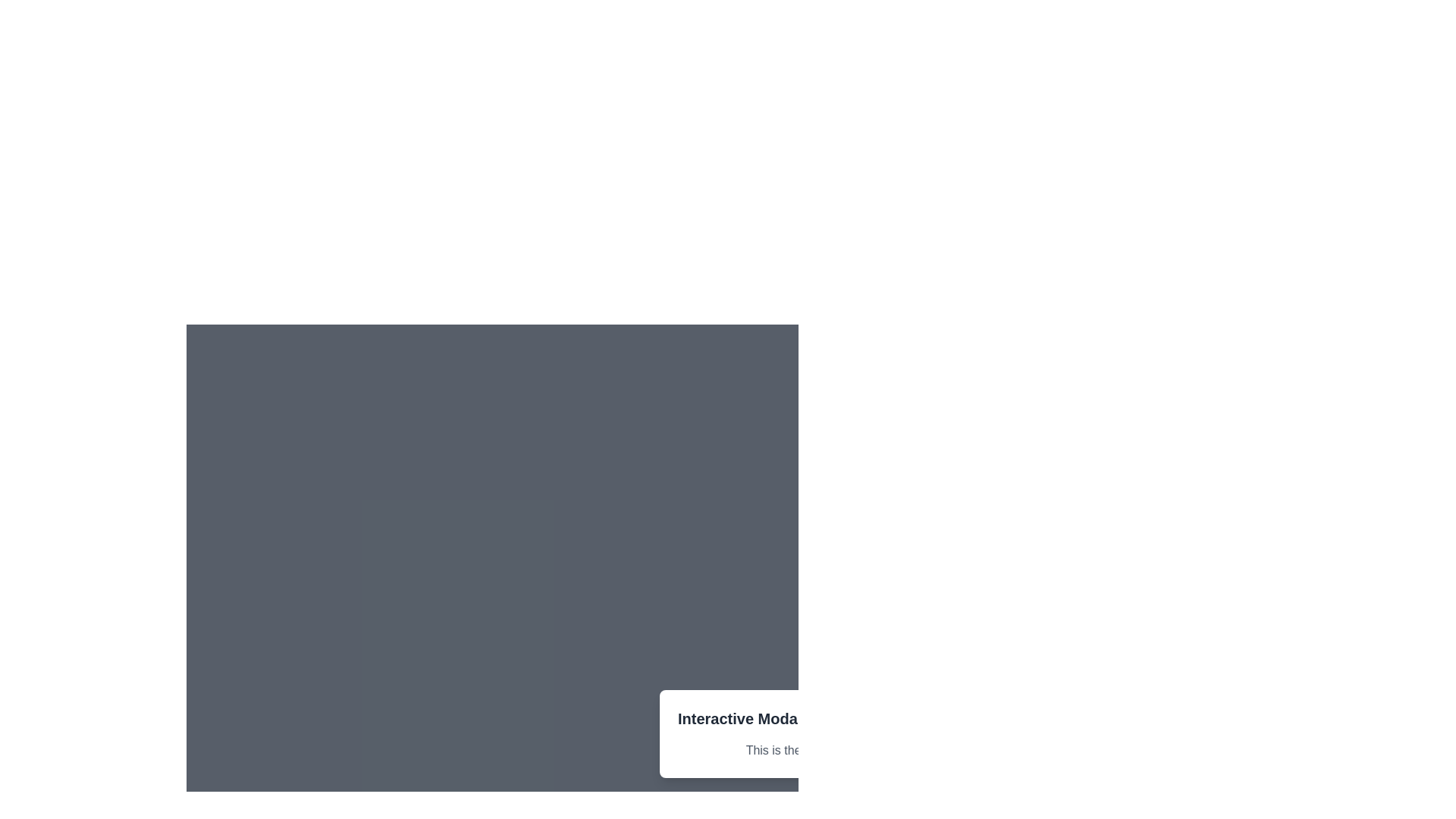 The width and height of the screenshot is (1456, 819). I want to click on the Heading text element that serves as the title for the modal interface, providing users with an understanding of the modal's purpose, so click(739, 718).